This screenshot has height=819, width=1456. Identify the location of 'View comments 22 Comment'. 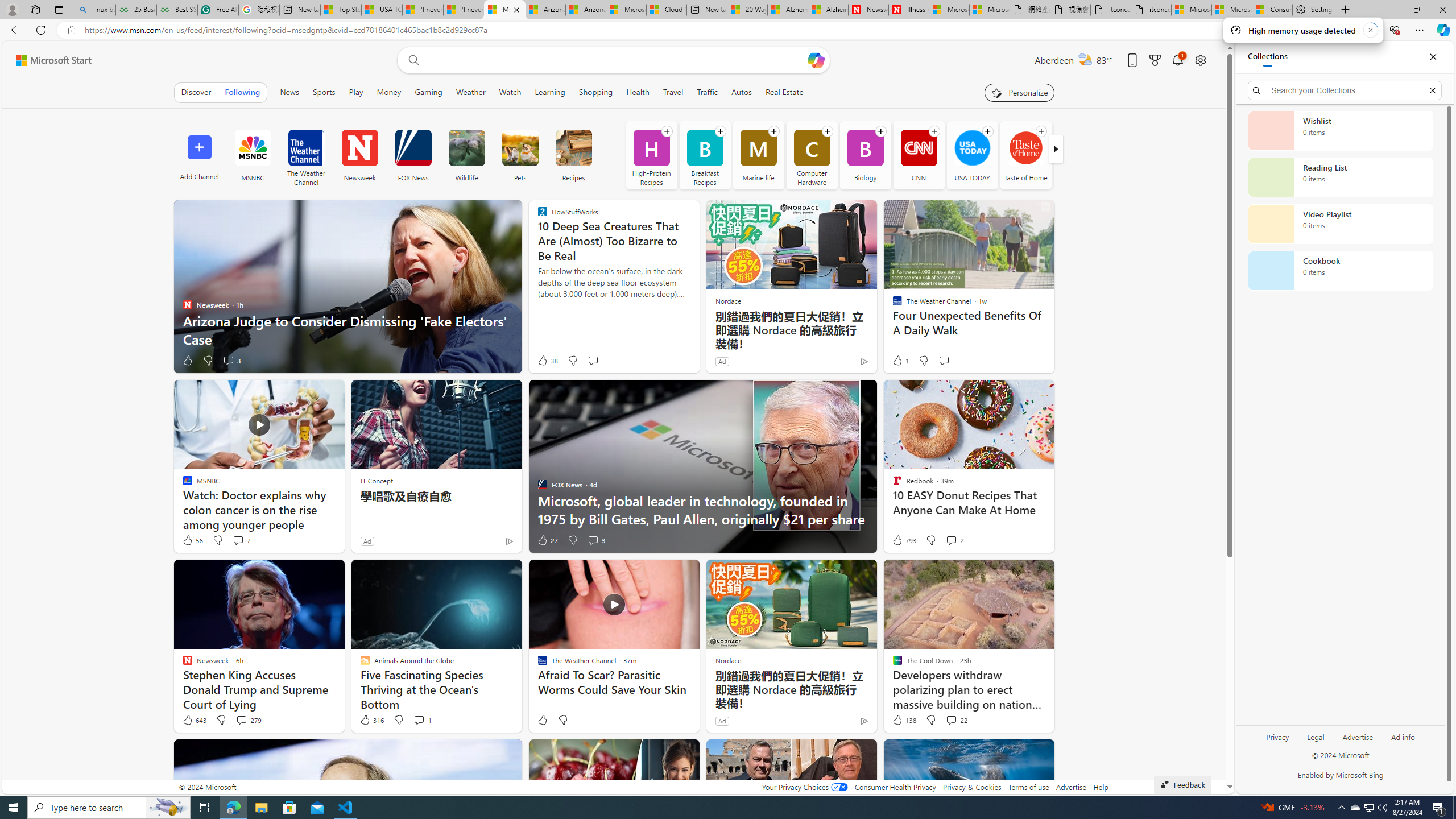
(955, 719).